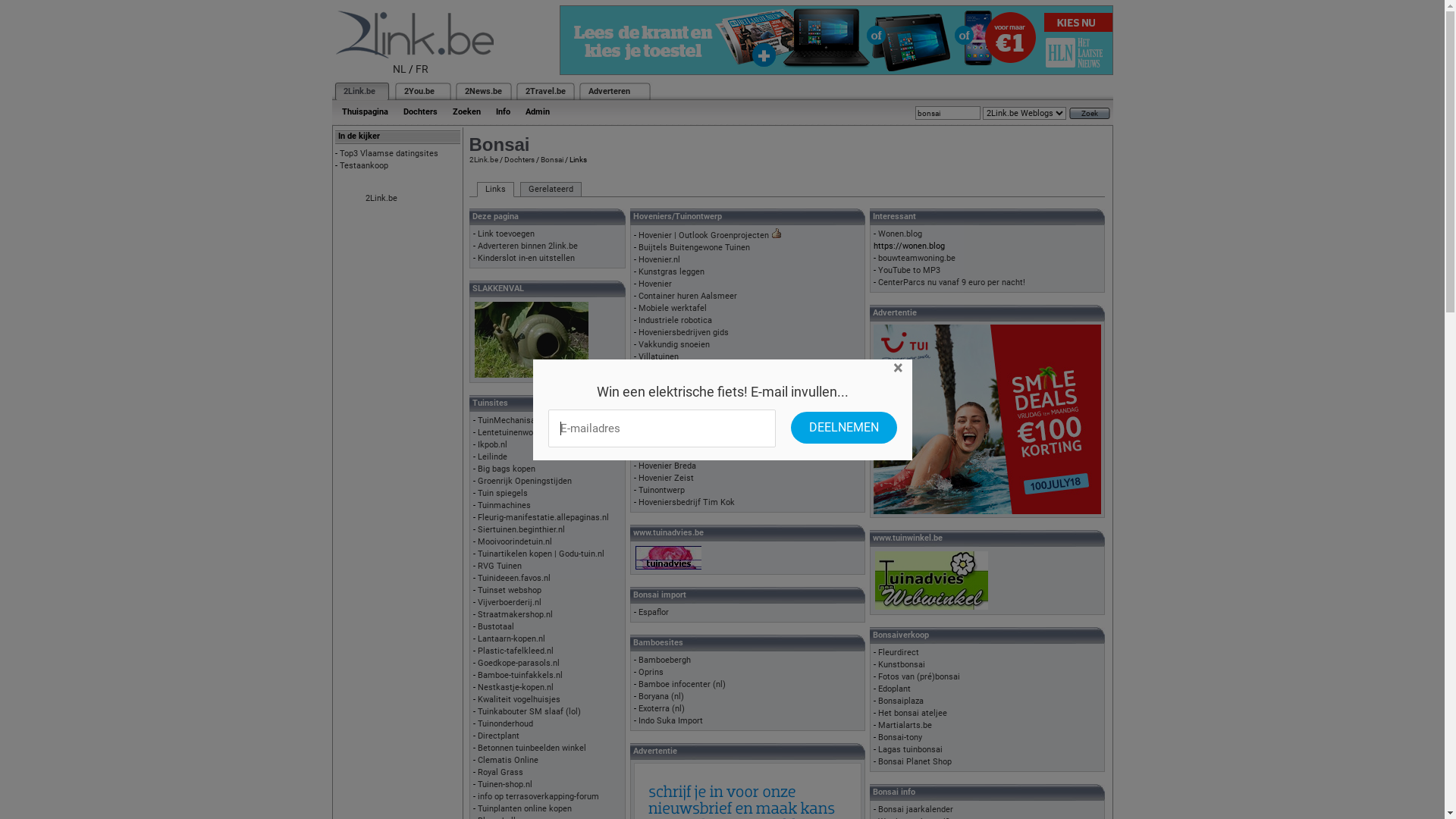  I want to click on 'Bonsai Planet Shop', so click(877, 761).